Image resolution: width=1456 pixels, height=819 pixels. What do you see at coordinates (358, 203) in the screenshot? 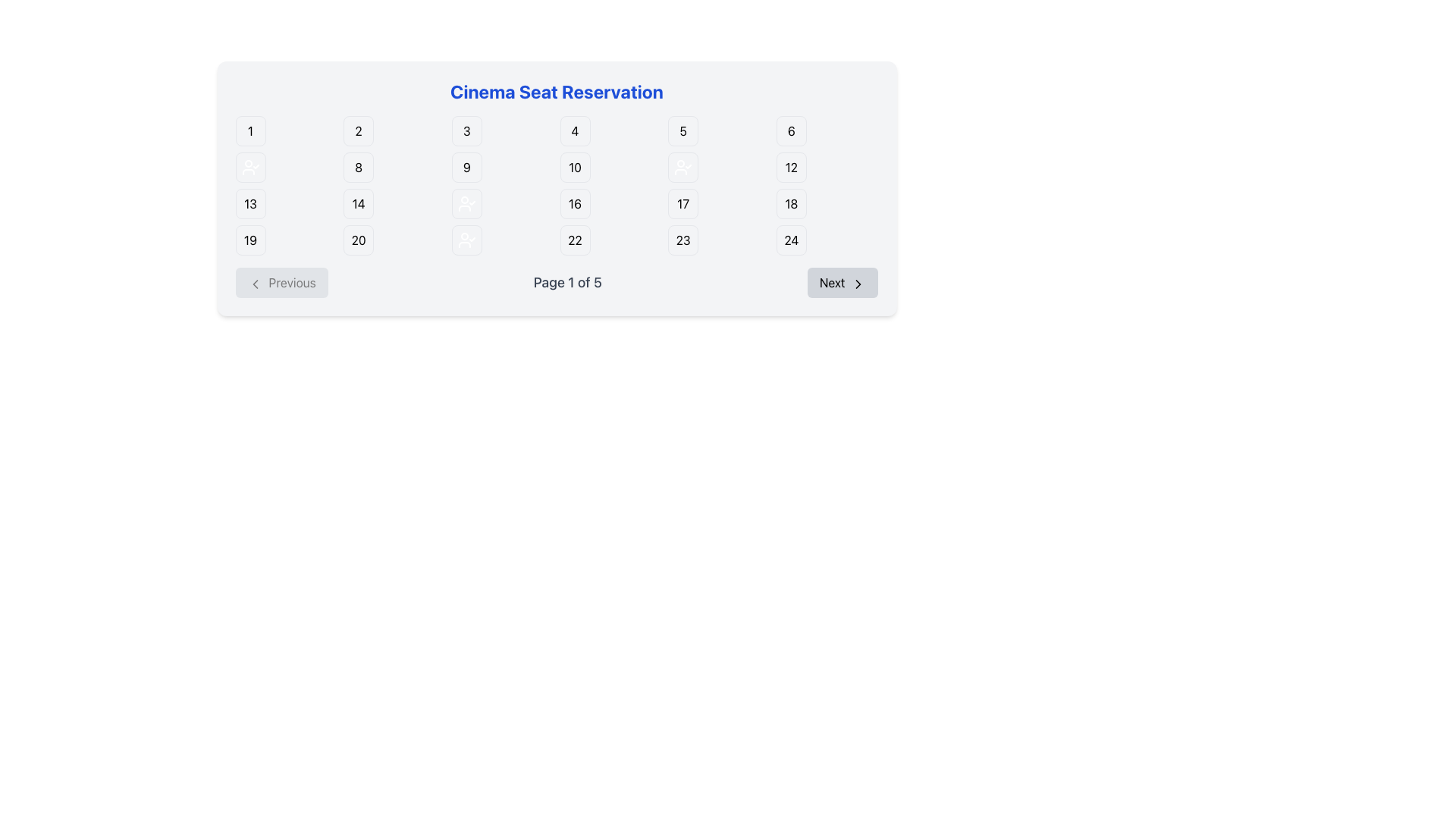
I see `the square button-like UI element labeled '14' in the seat selection interface, which is colored green for available status and located in the third row and second column of the grid` at bounding box center [358, 203].